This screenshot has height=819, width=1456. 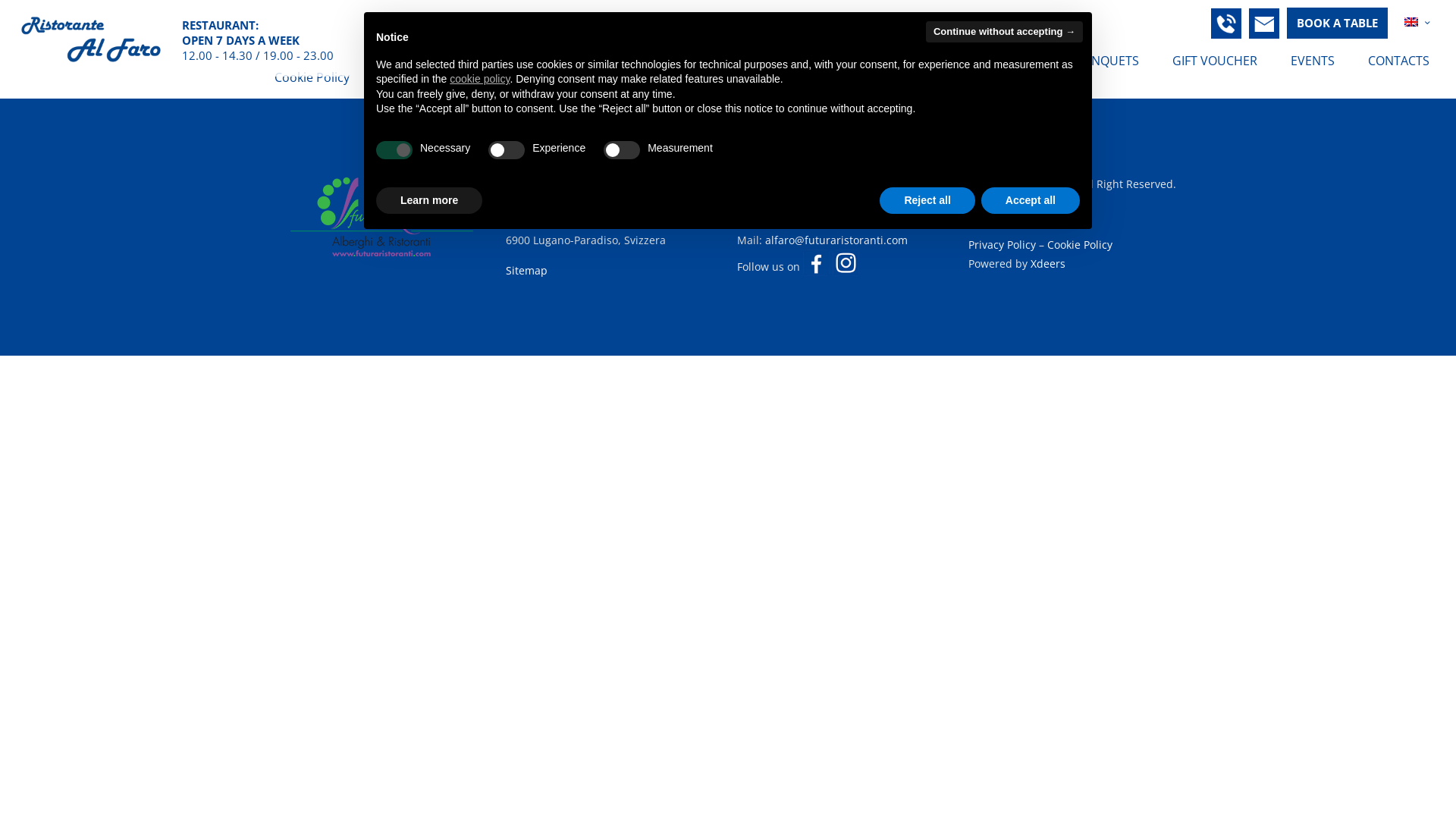 What do you see at coordinates (1047, 262) in the screenshot?
I see `'Xdeers'` at bounding box center [1047, 262].